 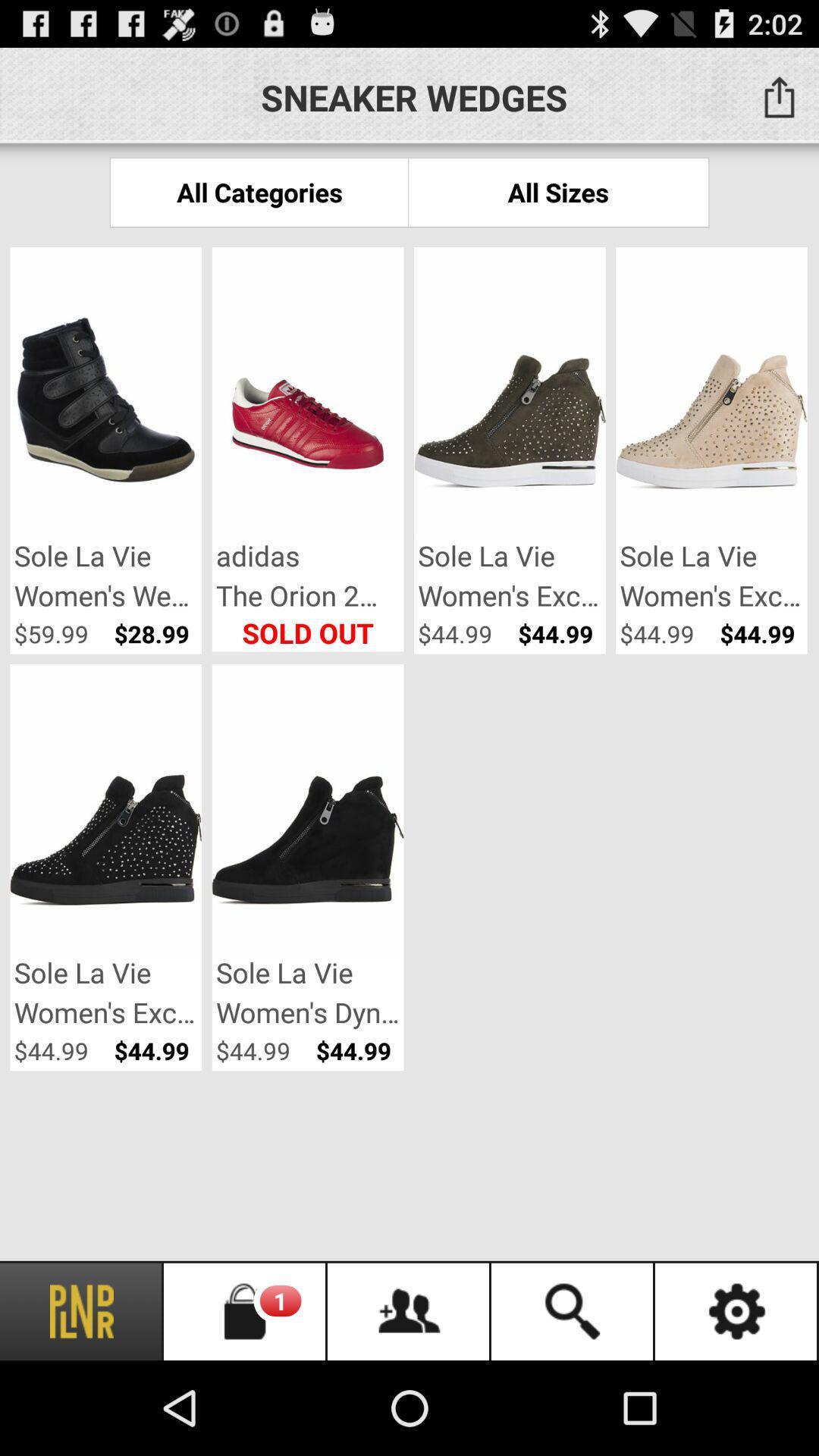 What do you see at coordinates (558, 191) in the screenshot?
I see `the all sizes` at bounding box center [558, 191].